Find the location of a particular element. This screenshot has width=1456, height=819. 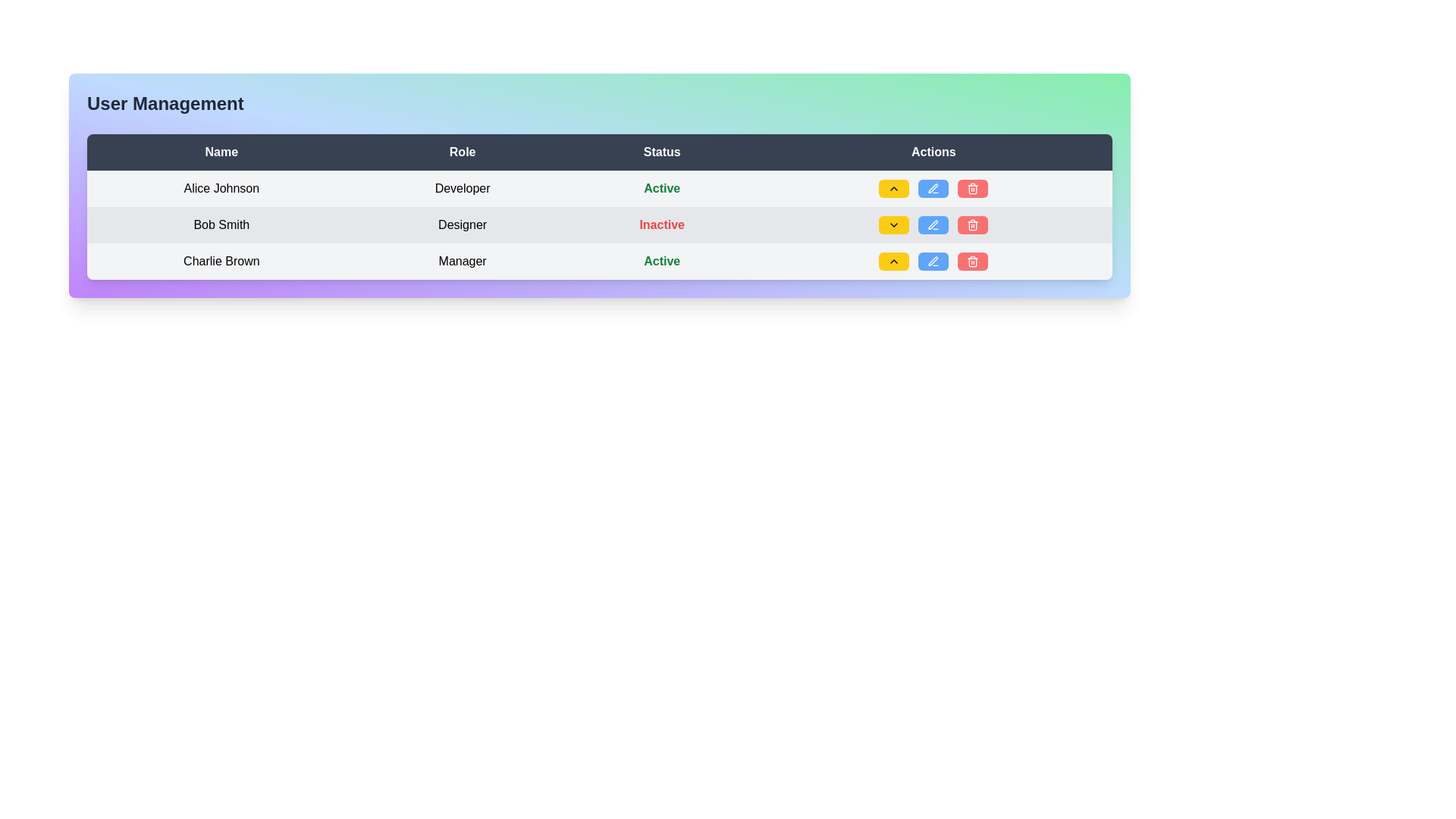

the 'Role' text label for 'Bob Smith' in the user management table located in the second row is located at coordinates (462, 225).